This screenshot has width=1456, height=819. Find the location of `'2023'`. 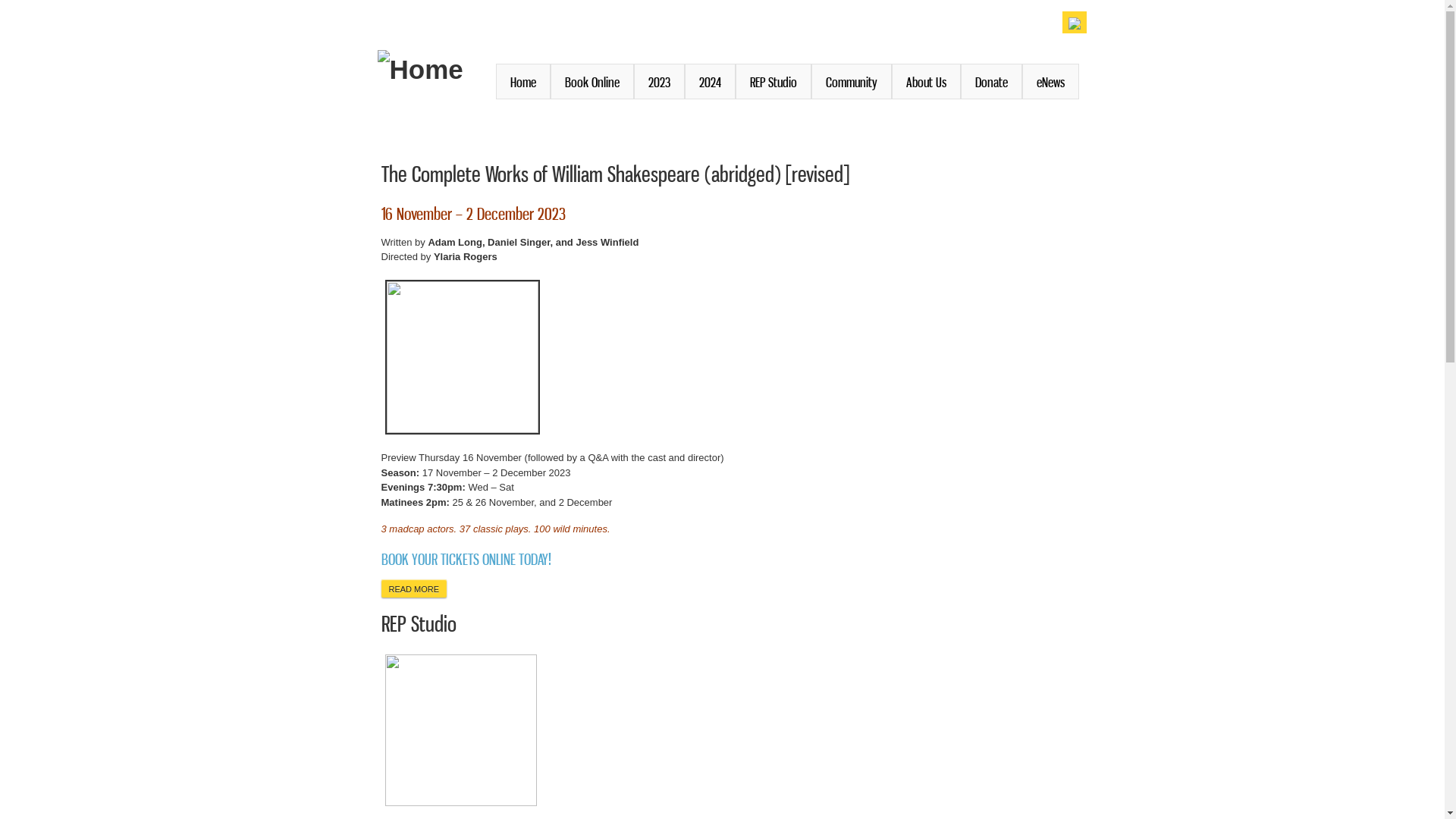

'2023' is located at coordinates (659, 81).